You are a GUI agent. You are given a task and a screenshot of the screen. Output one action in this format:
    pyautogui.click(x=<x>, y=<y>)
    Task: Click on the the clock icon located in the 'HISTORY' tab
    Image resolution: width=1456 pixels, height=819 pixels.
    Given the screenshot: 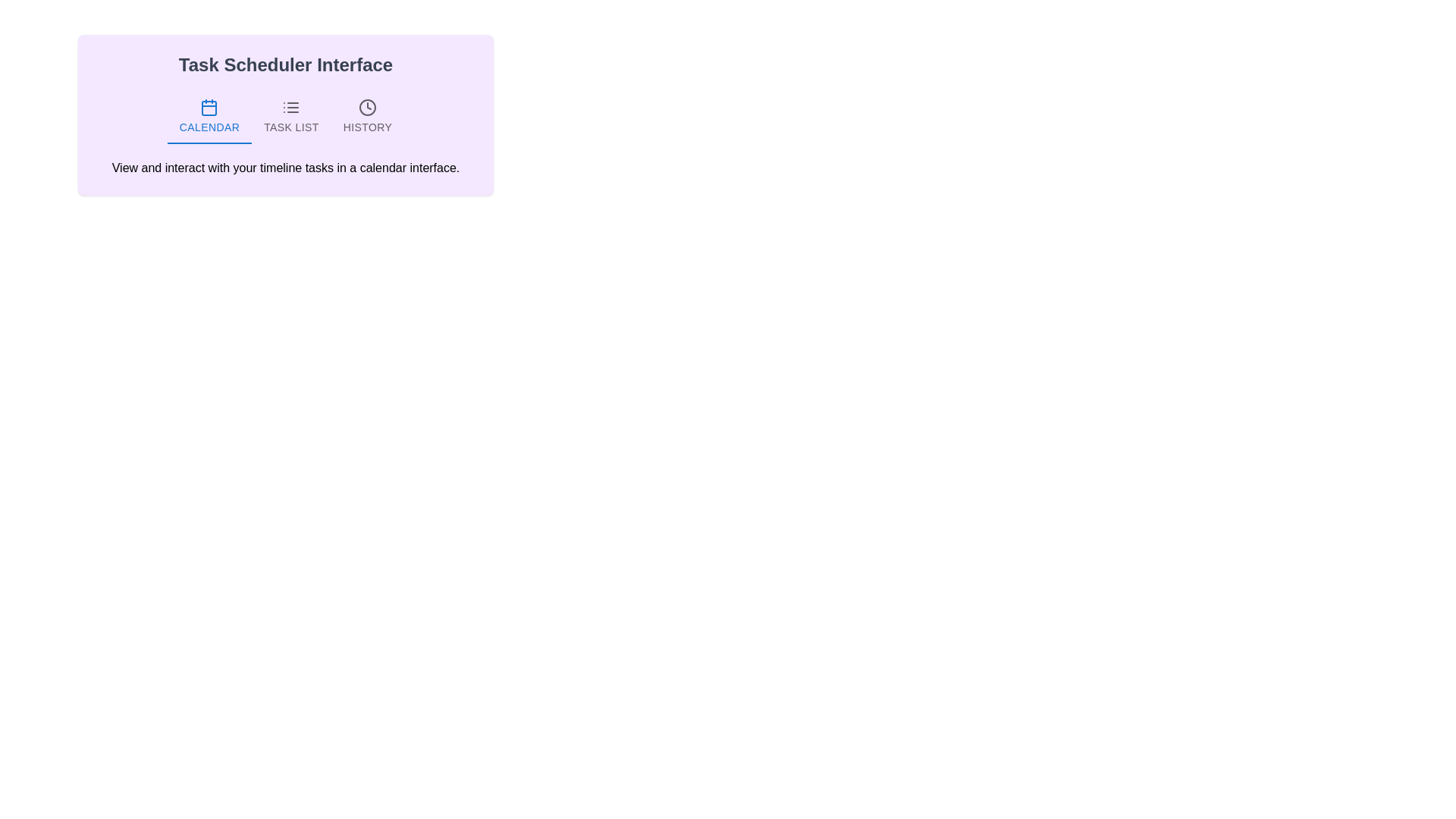 What is the action you would take?
    pyautogui.click(x=367, y=107)
    